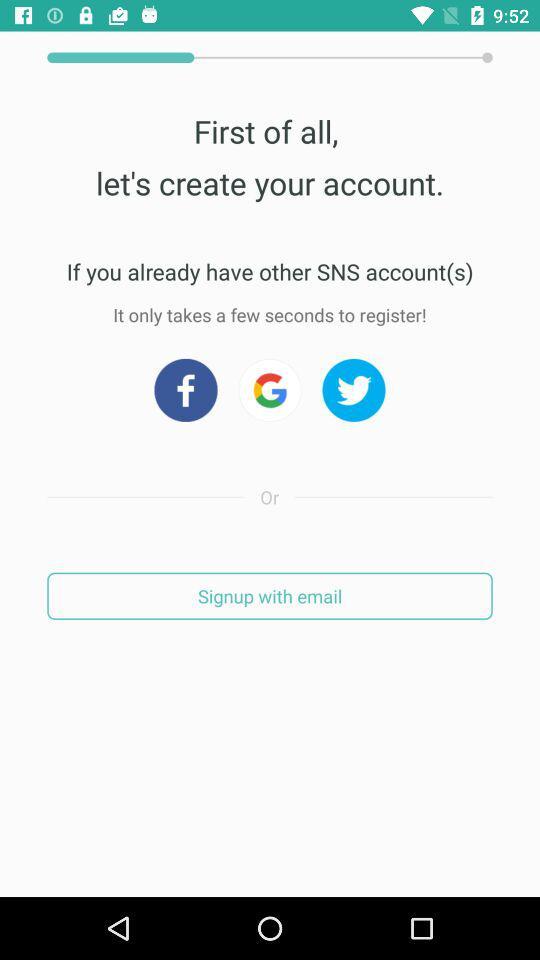 This screenshot has width=540, height=960. What do you see at coordinates (185, 389) in the screenshot?
I see `login with facebook` at bounding box center [185, 389].